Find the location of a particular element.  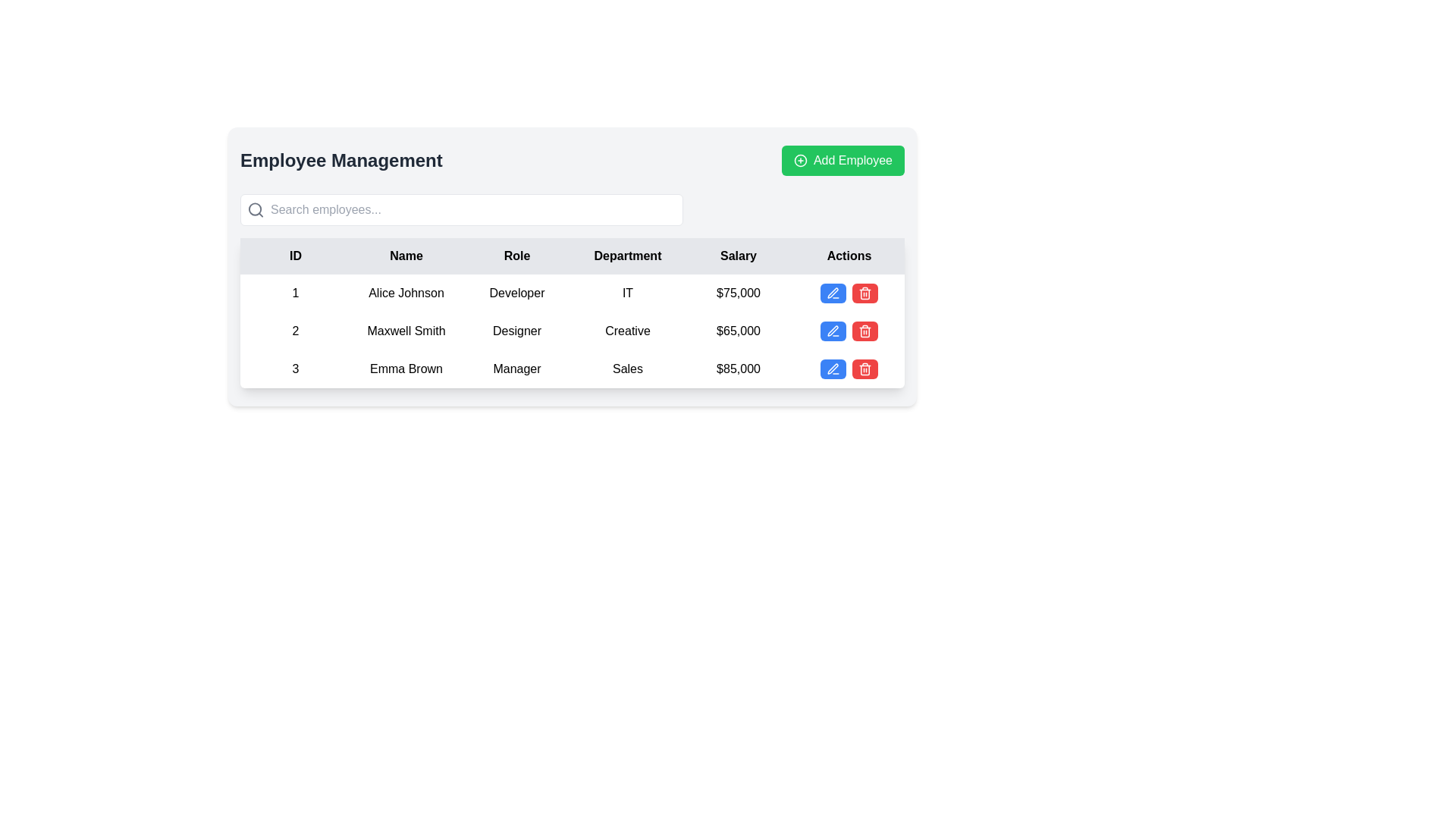

the edit icon button in the Actions column of the second row of the table is located at coordinates (832, 329).